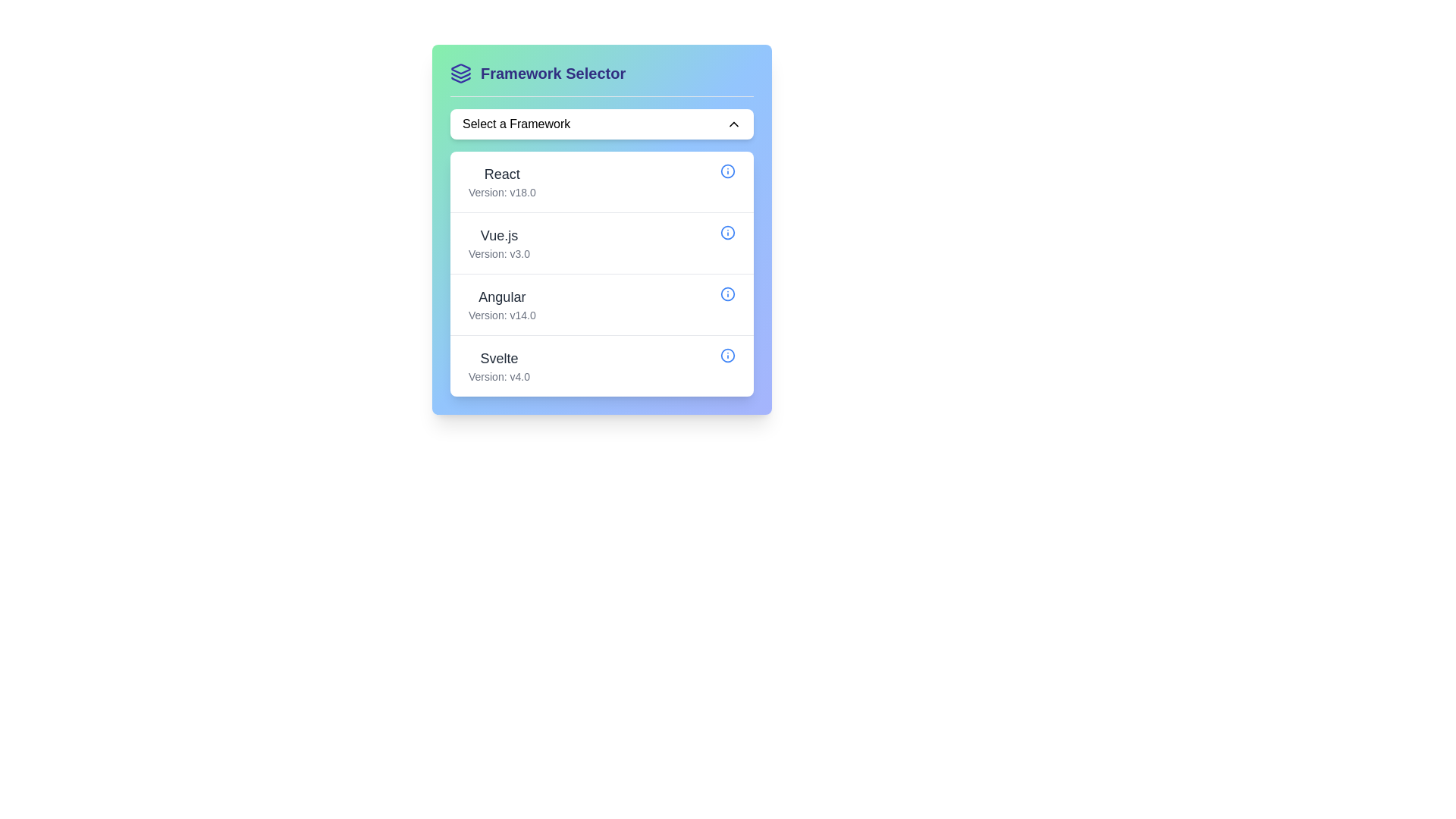 Image resolution: width=1456 pixels, height=819 pixels. Describe the element at coordinates (728, 294) in the screenshot. I see `the blue circular outline icon within the third row for the 'Angular' framework selection interface` at that location.